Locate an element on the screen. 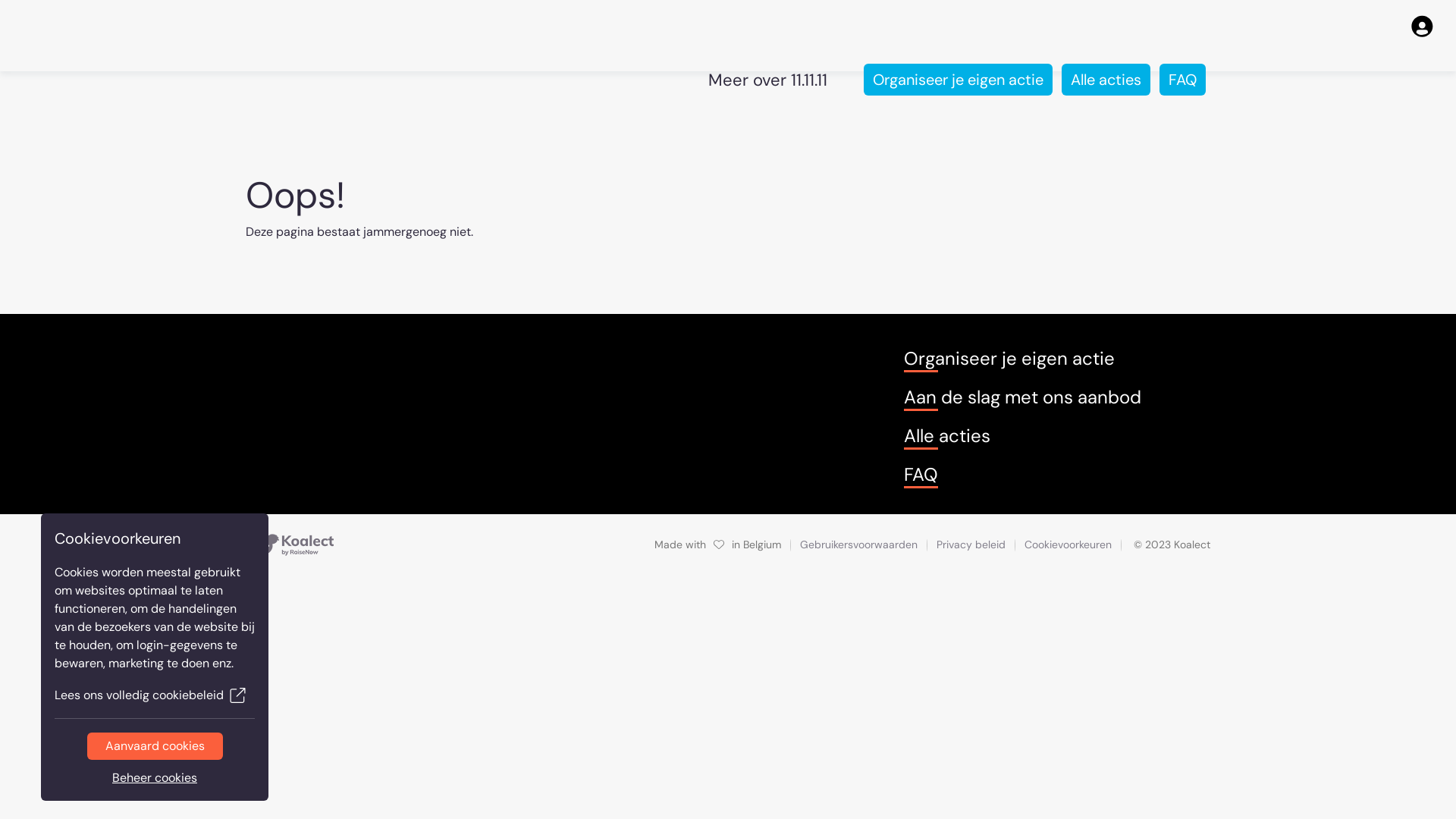 The height and width of the screenshot is (819, 1456). 'Privacy beleid' is located at coordinates (935, 543).